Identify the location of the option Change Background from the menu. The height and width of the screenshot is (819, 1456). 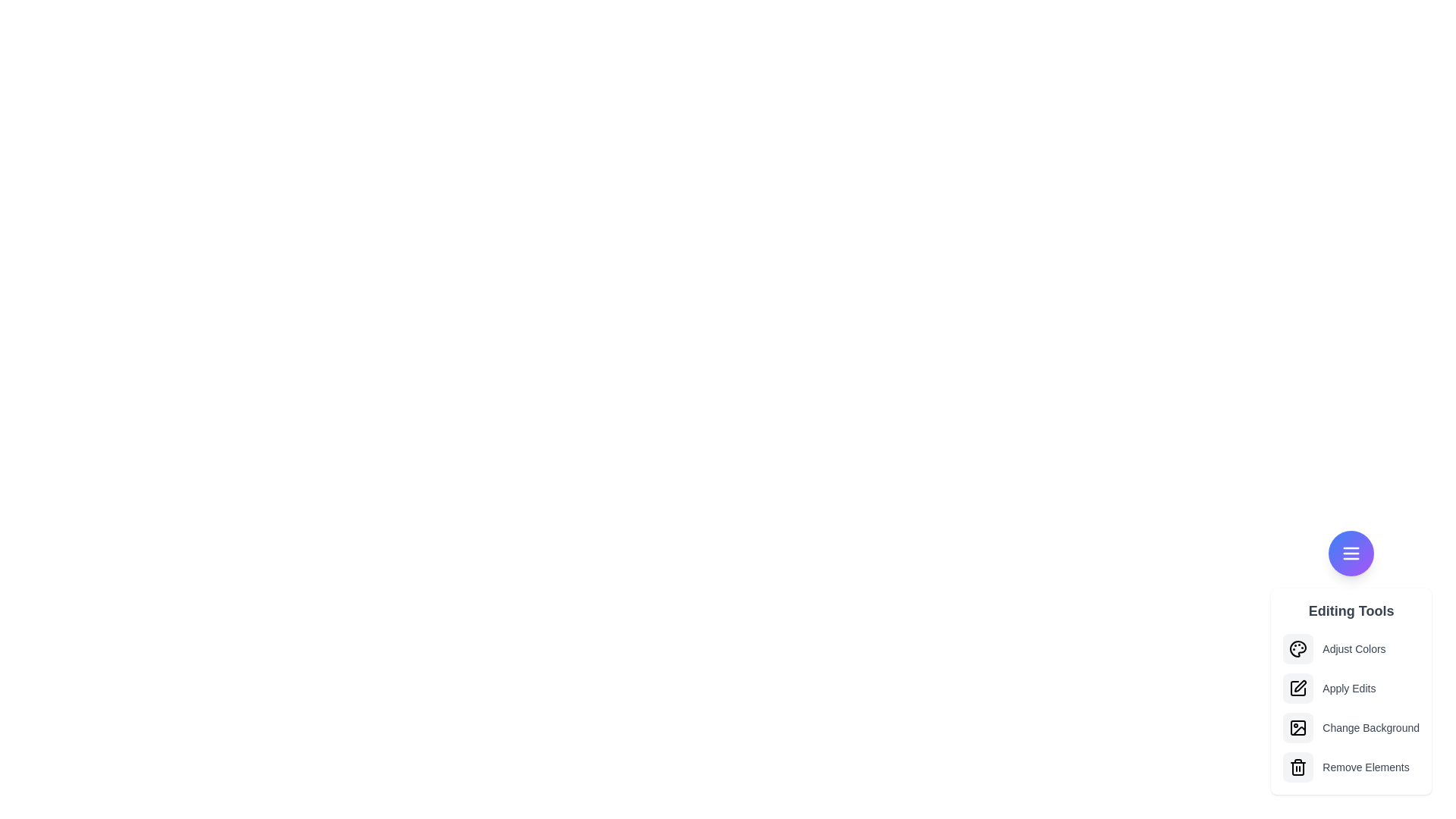
(1298, 727).